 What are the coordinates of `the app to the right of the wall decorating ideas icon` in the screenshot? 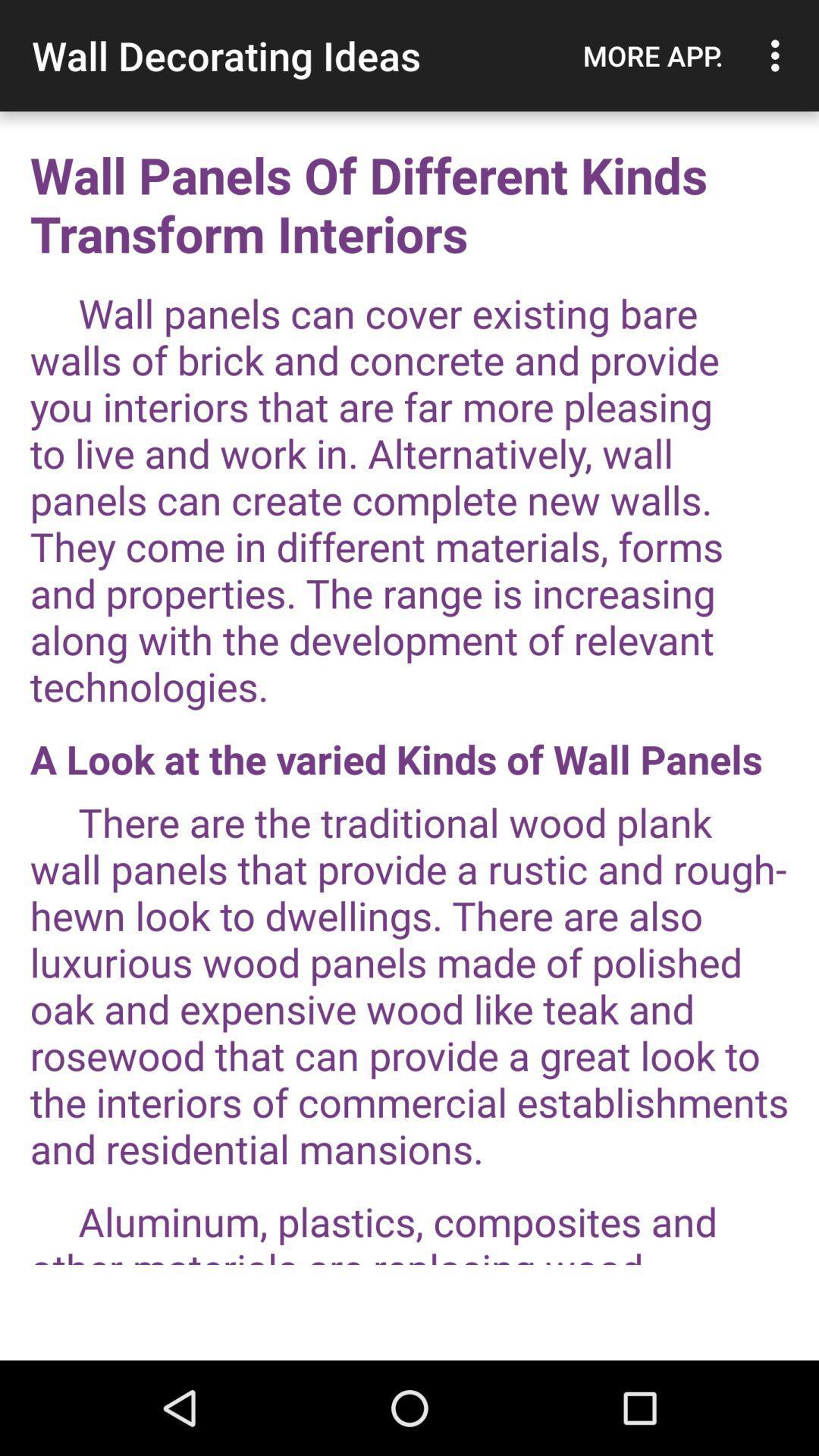 It's located at (652, 55).